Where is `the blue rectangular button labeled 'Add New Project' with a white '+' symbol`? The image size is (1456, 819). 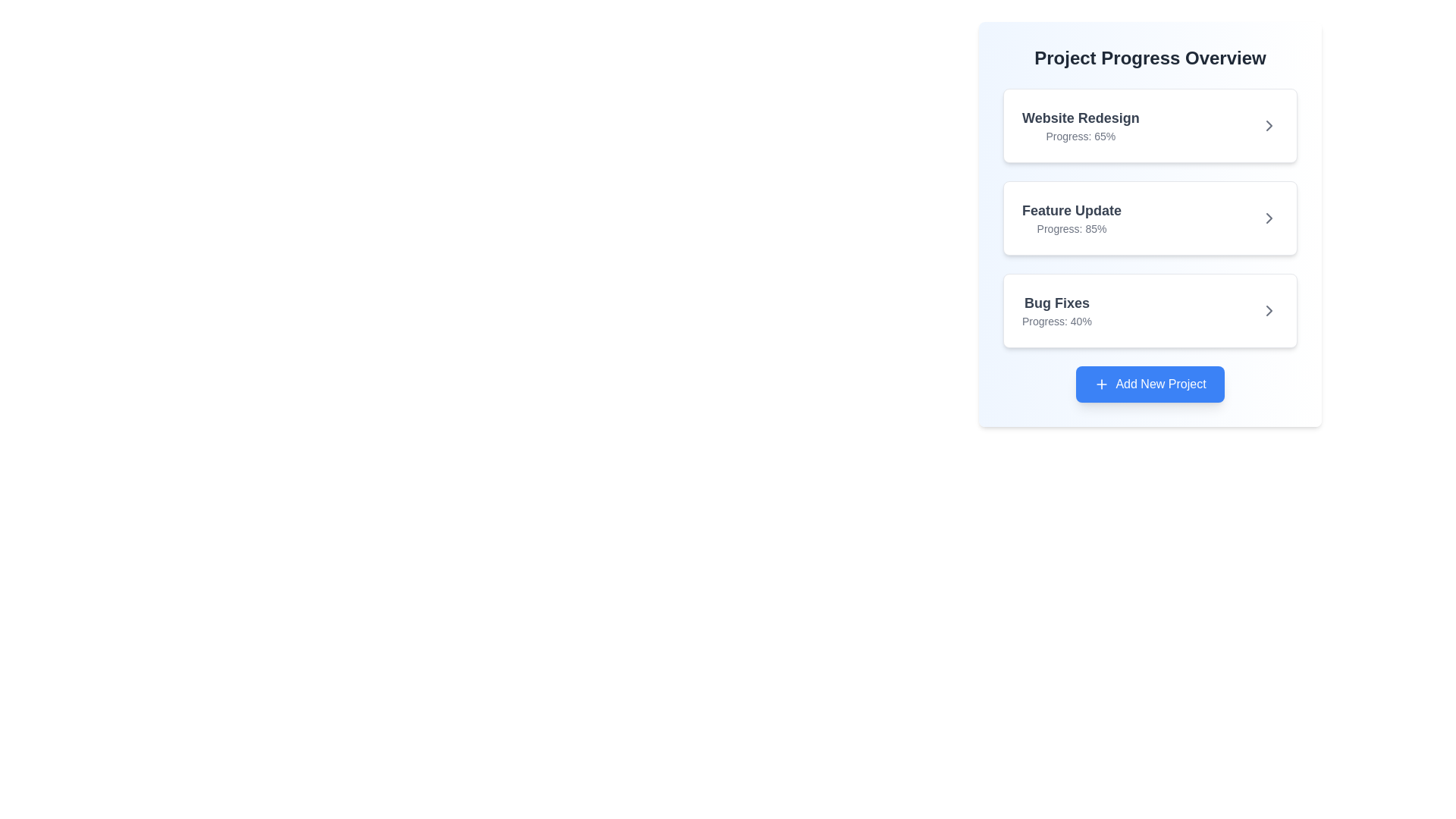
the blue rectangular button labeled 'Add New Project' with a white '+' symbol is located at coordinates (1150, 383).